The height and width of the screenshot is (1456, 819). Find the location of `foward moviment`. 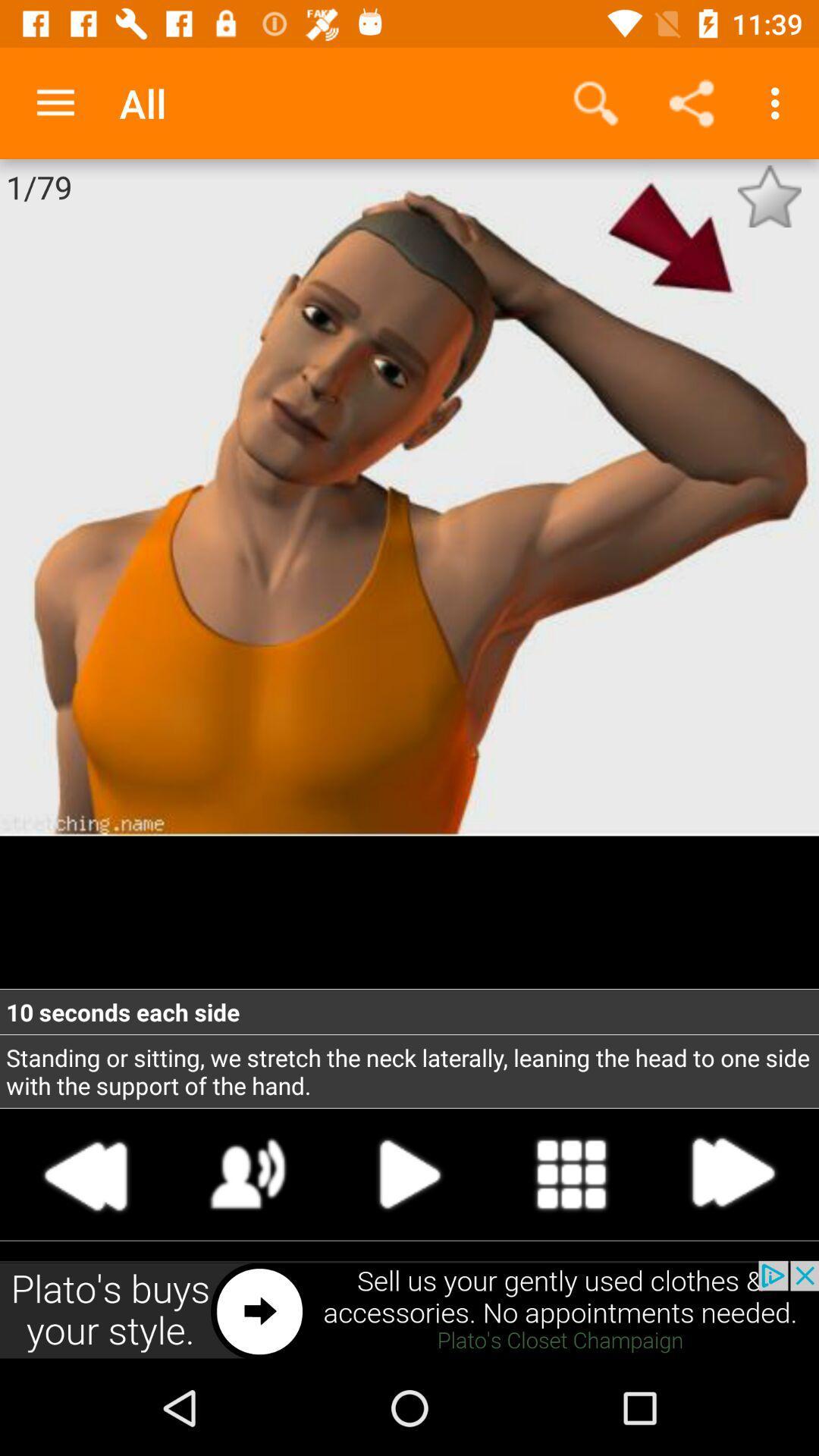

foward moviment is located at coordinates (731, 1173).